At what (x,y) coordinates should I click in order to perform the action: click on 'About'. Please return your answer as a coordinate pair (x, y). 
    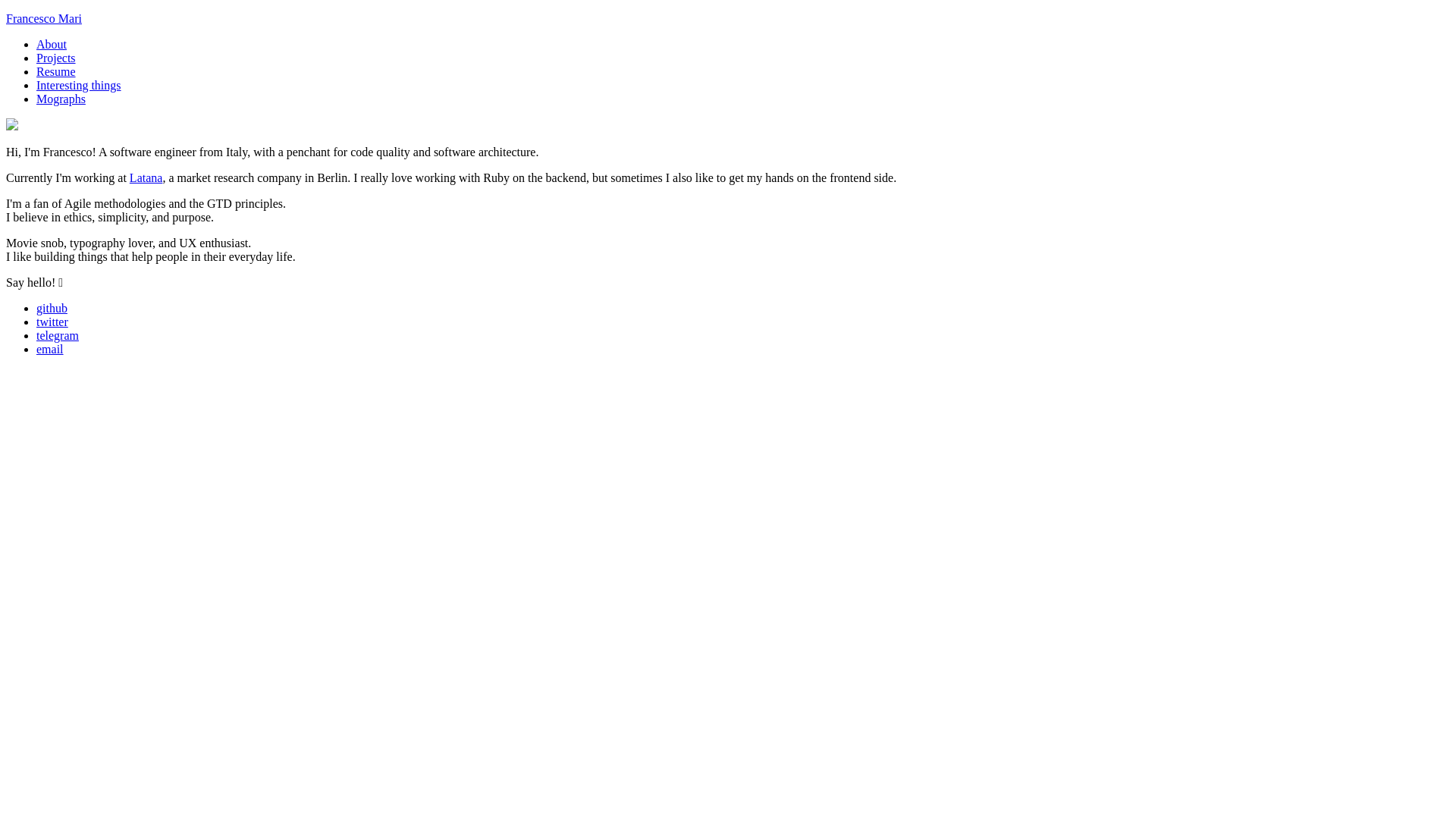
    Looking at the image, I should click on (51, 43).